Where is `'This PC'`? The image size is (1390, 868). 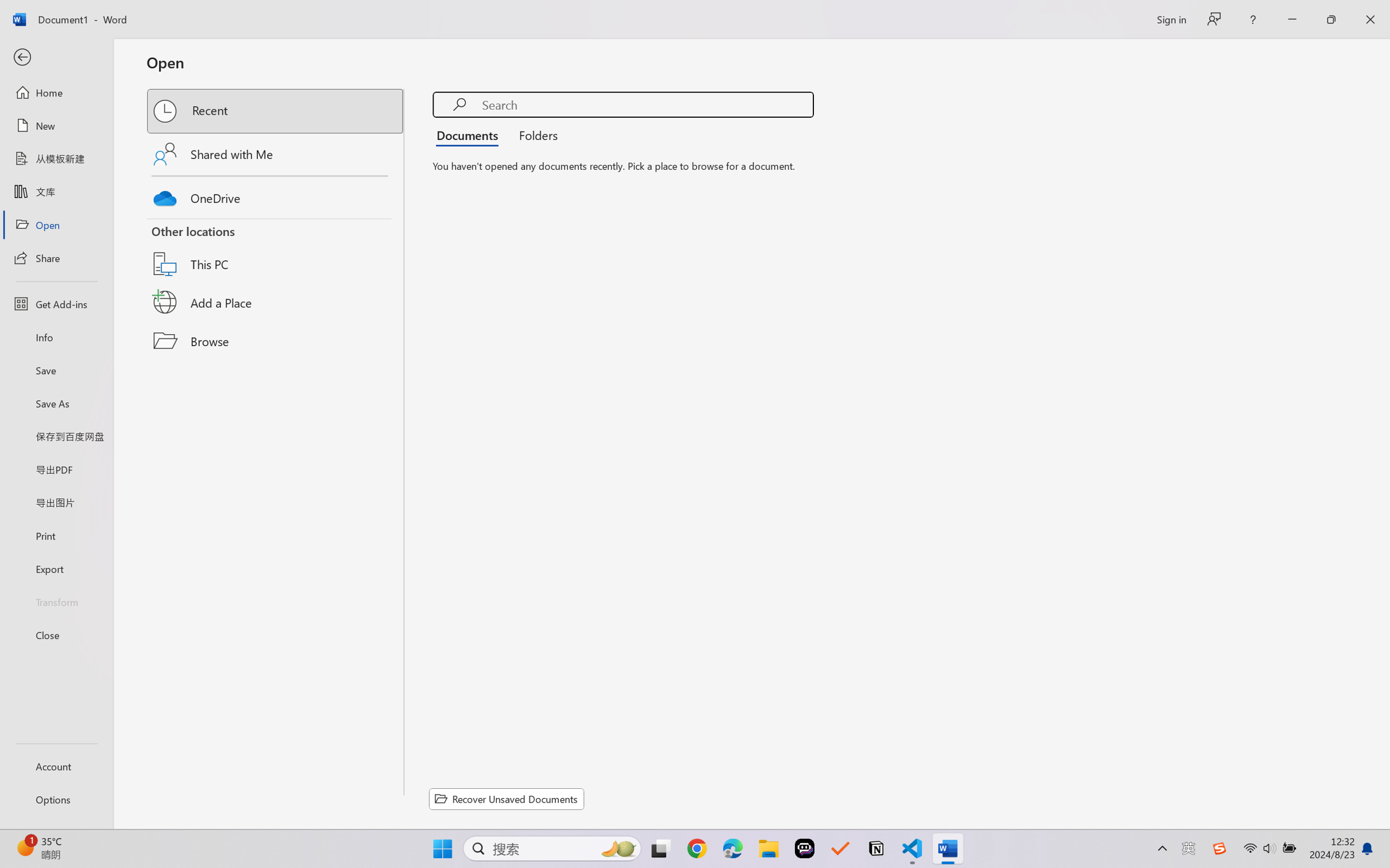
'This PC' is located at coordinates (276, 250).